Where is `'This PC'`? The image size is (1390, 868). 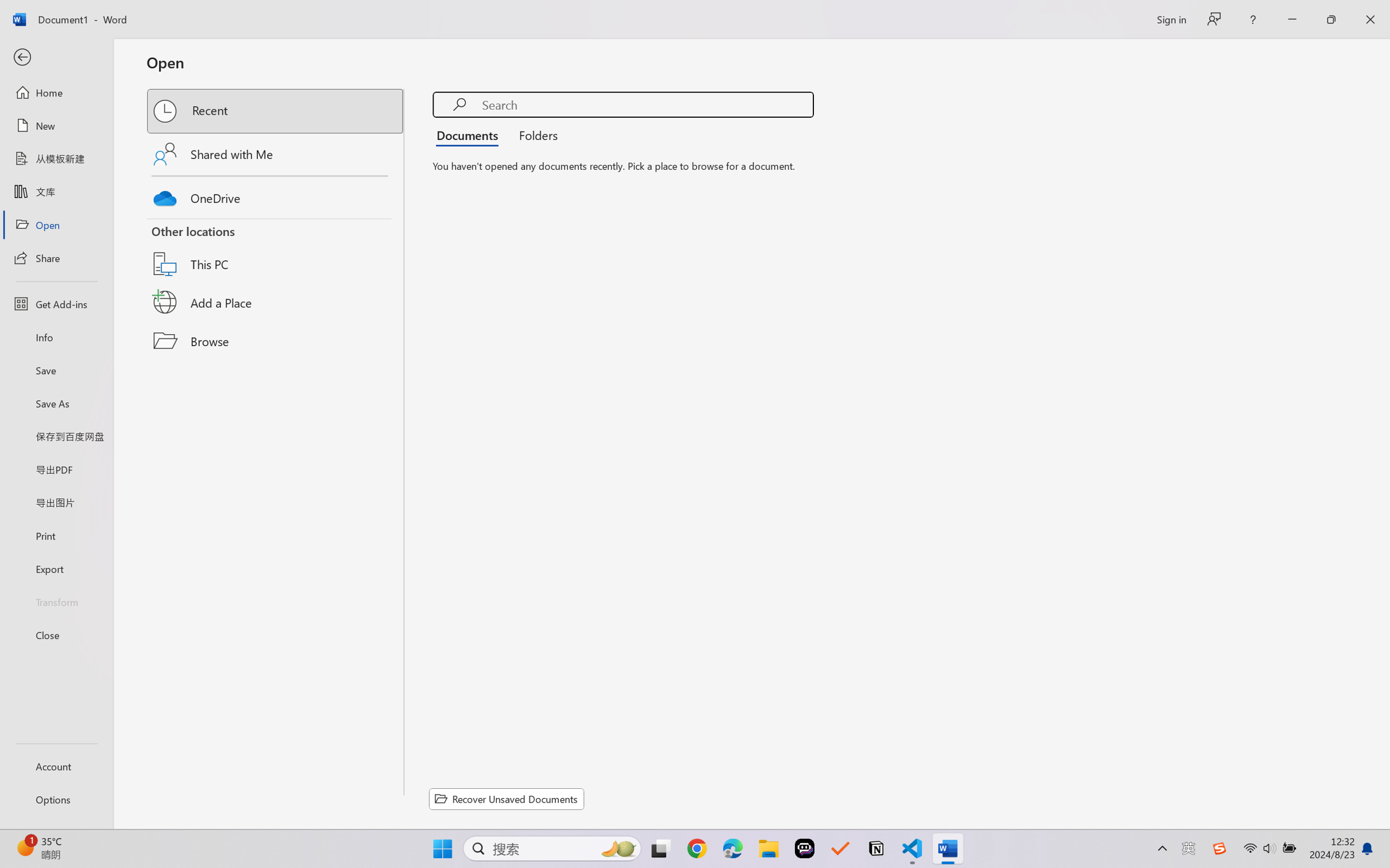
'This PC' is located at coordinates (276, 250).